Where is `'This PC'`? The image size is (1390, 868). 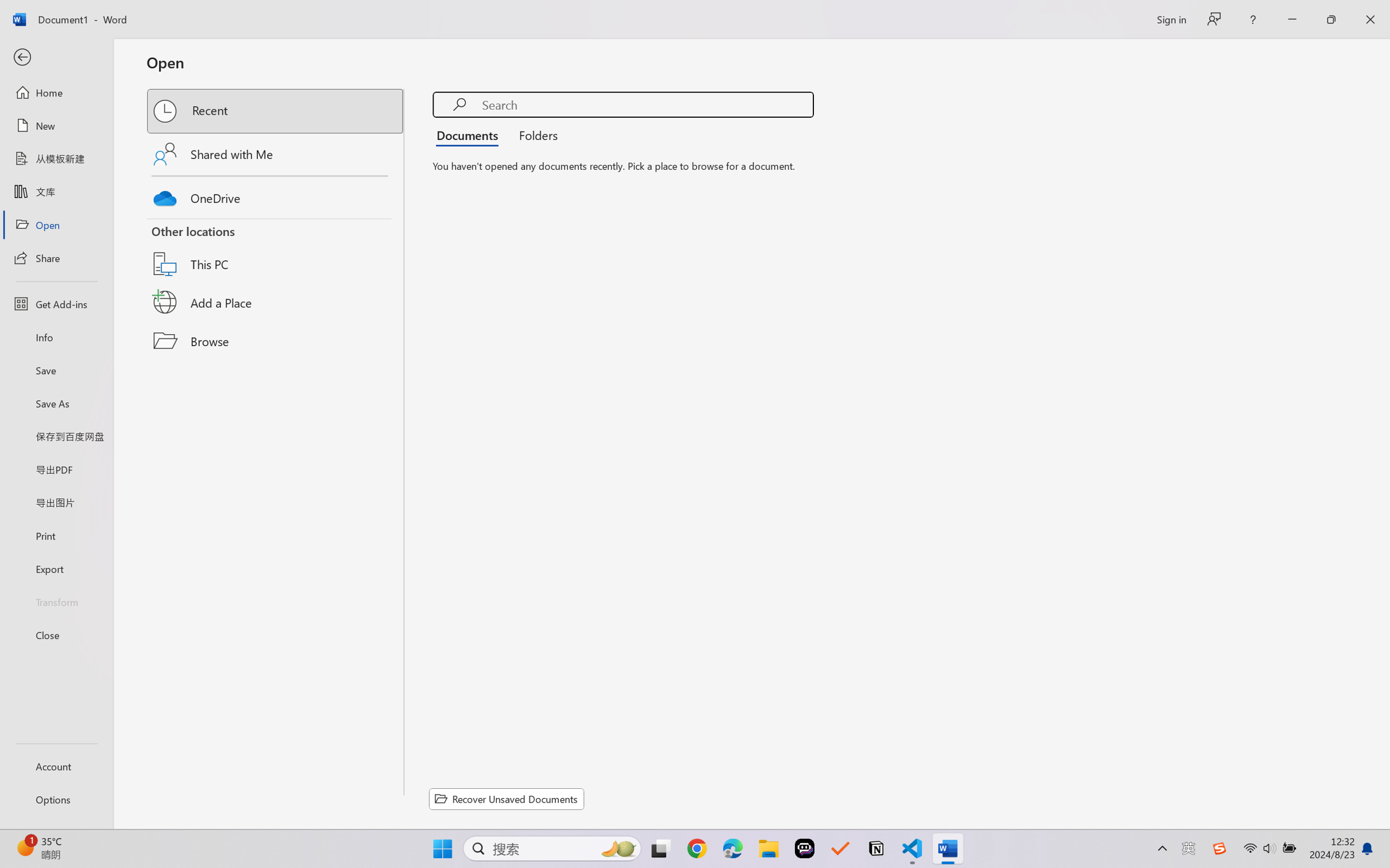
'This PC' is located at coordinates (276, 250).